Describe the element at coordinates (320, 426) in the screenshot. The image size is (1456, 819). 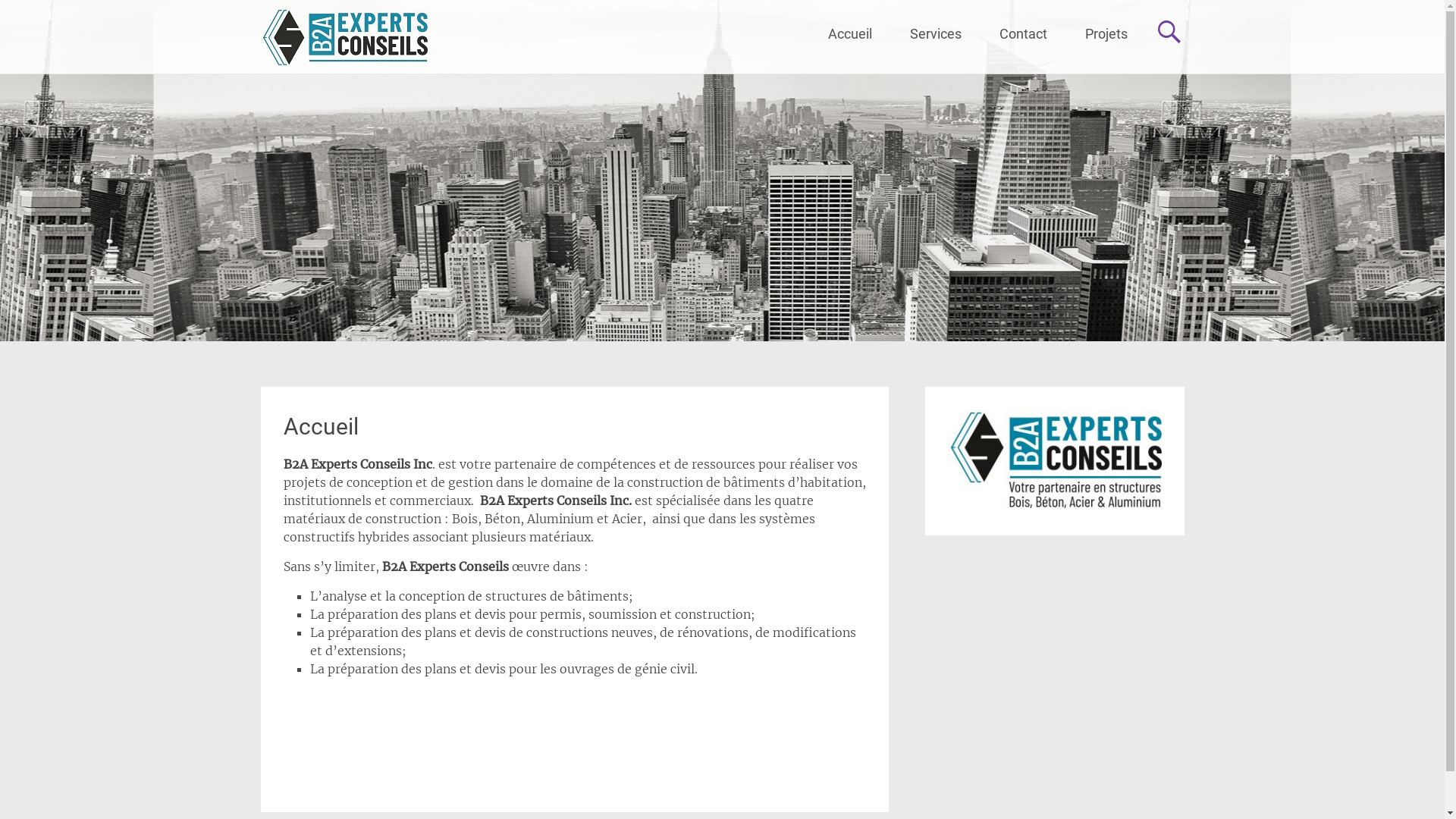
I see `'Accueil'` at that location.